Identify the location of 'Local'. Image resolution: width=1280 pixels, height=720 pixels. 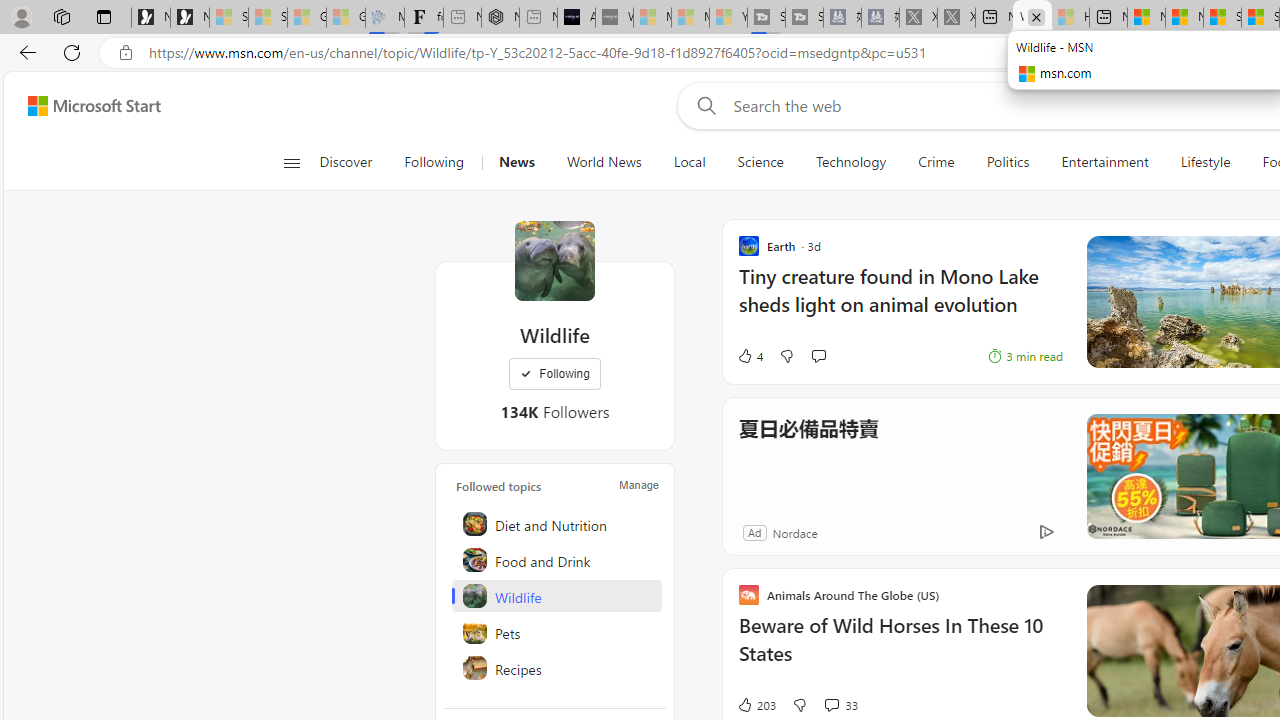
(689, 162).